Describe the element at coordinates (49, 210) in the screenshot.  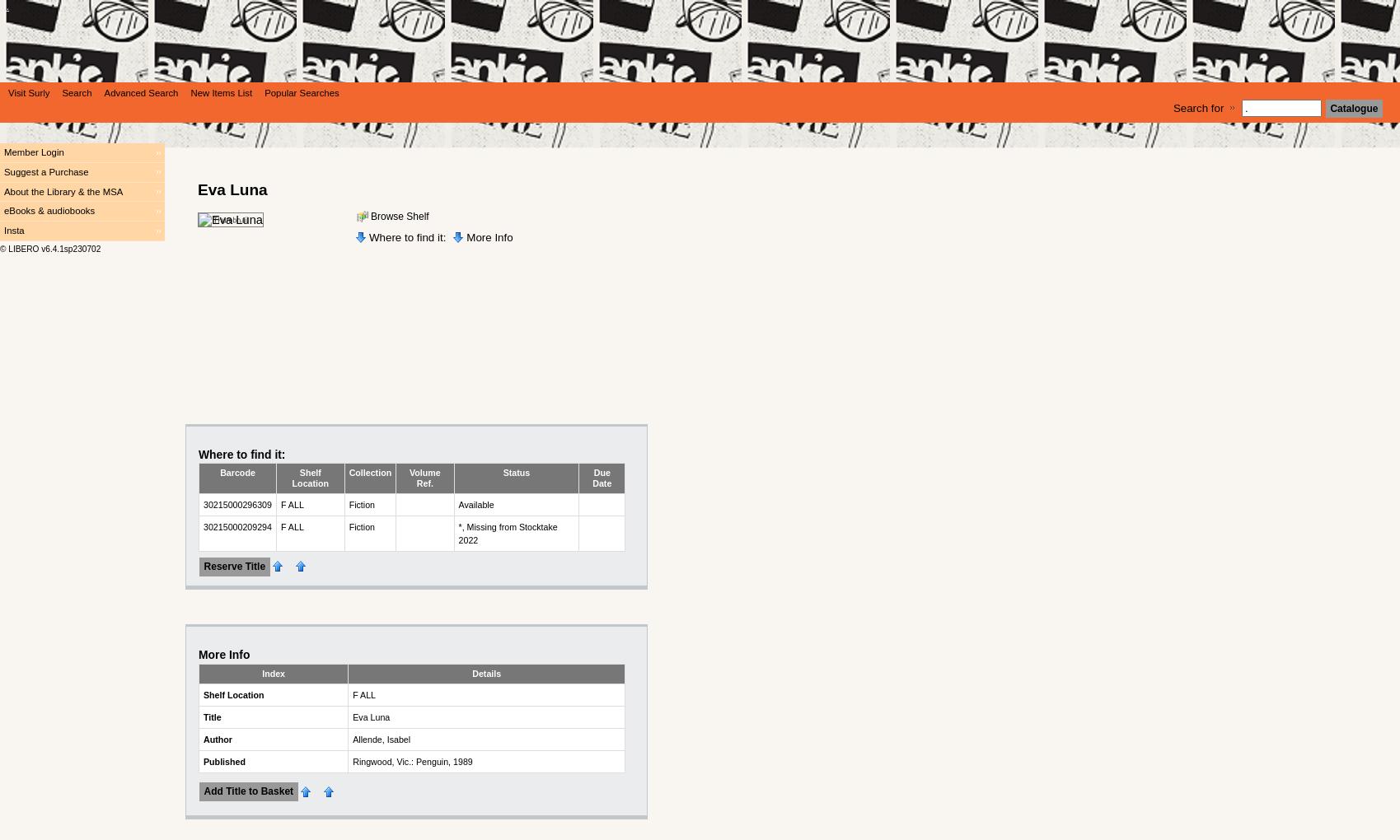
I see `'eBooks & audiobooks'` at that location.